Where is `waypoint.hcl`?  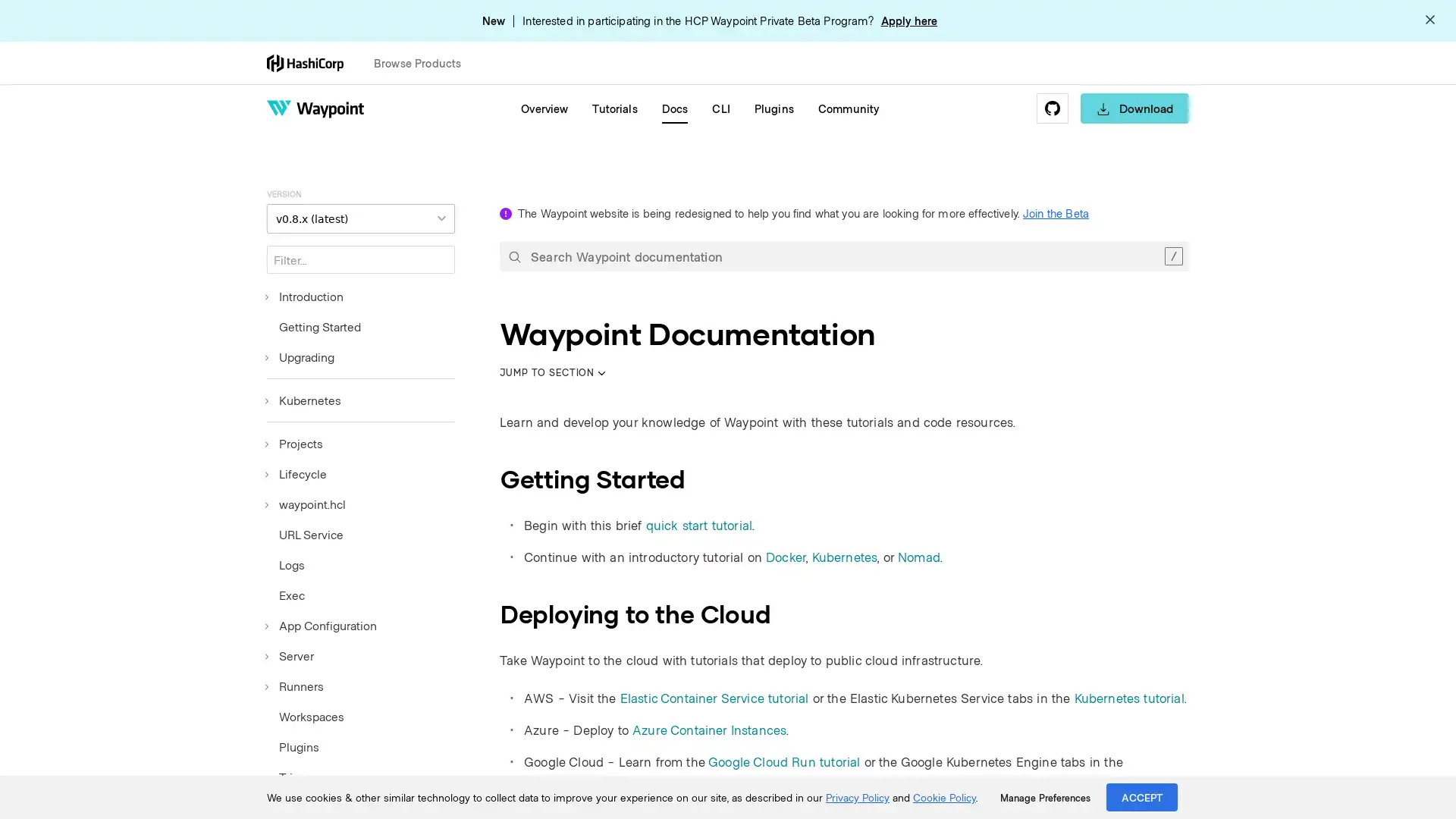 waypoint.hcl is located at coordinates (305, 504).